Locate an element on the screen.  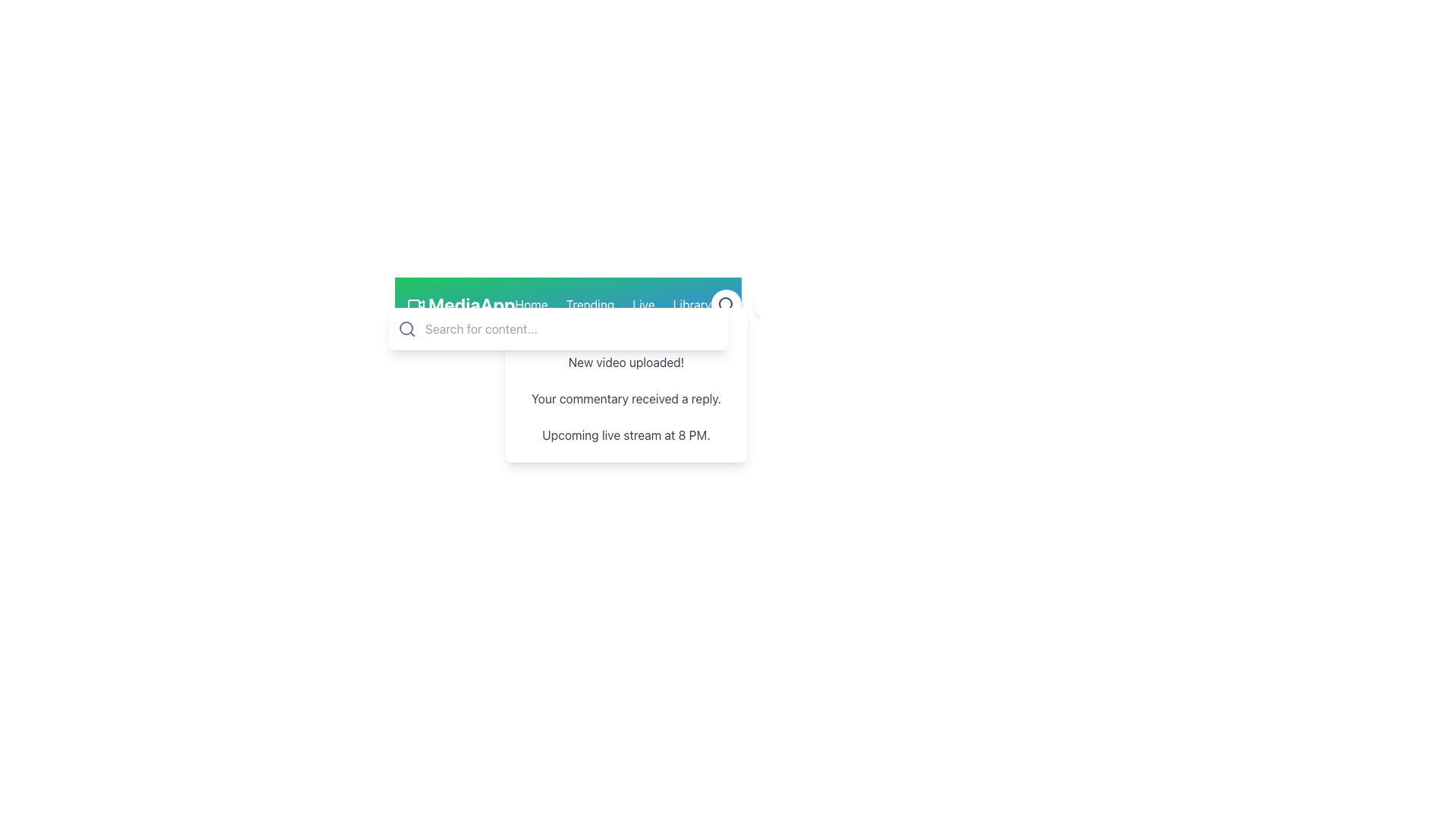
the 'Live' navigation link located in the navigation bar is located at coordinates (644, 304).